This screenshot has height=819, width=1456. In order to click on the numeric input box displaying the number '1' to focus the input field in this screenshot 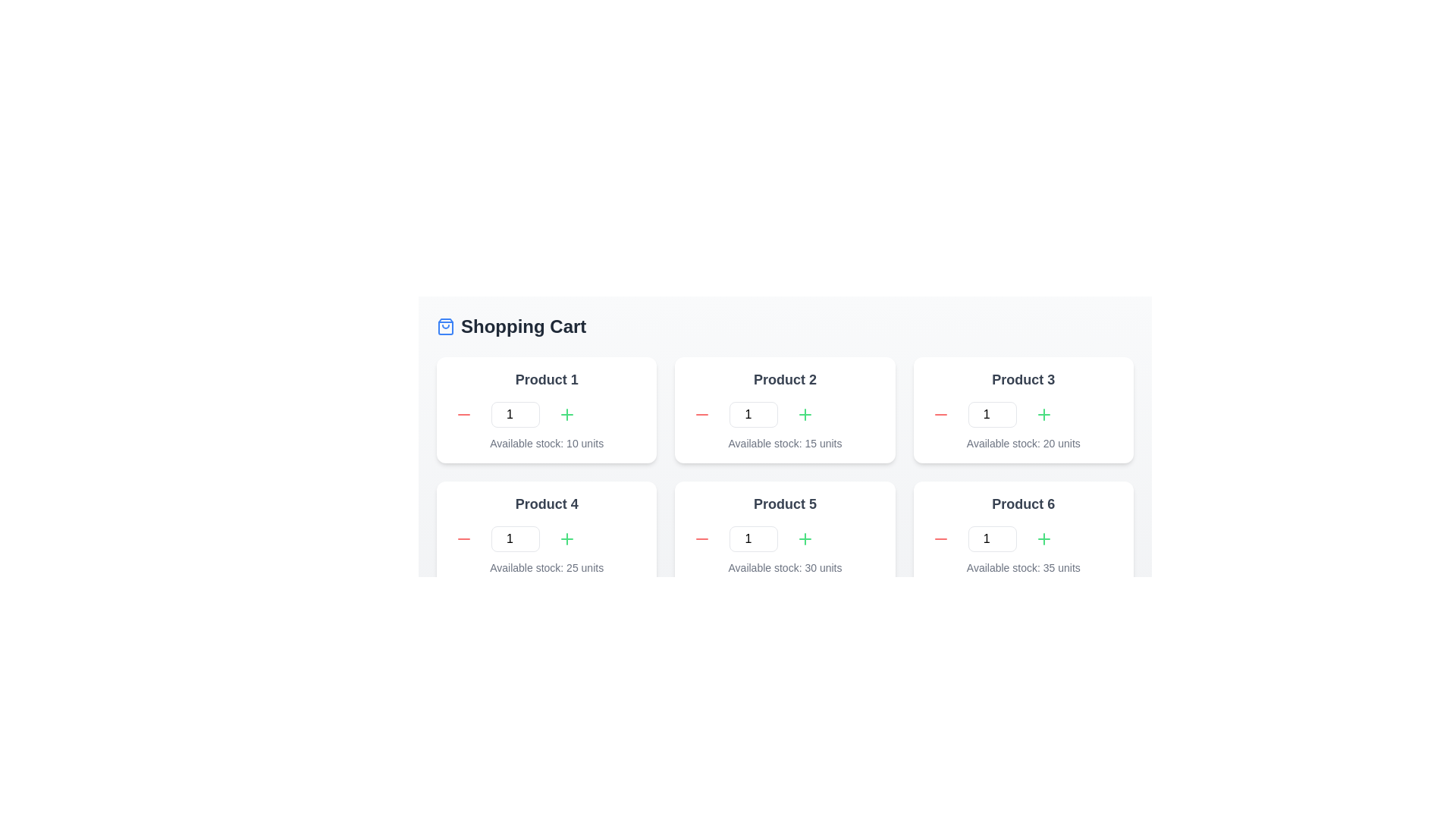, I will do `click(754, 538)`.